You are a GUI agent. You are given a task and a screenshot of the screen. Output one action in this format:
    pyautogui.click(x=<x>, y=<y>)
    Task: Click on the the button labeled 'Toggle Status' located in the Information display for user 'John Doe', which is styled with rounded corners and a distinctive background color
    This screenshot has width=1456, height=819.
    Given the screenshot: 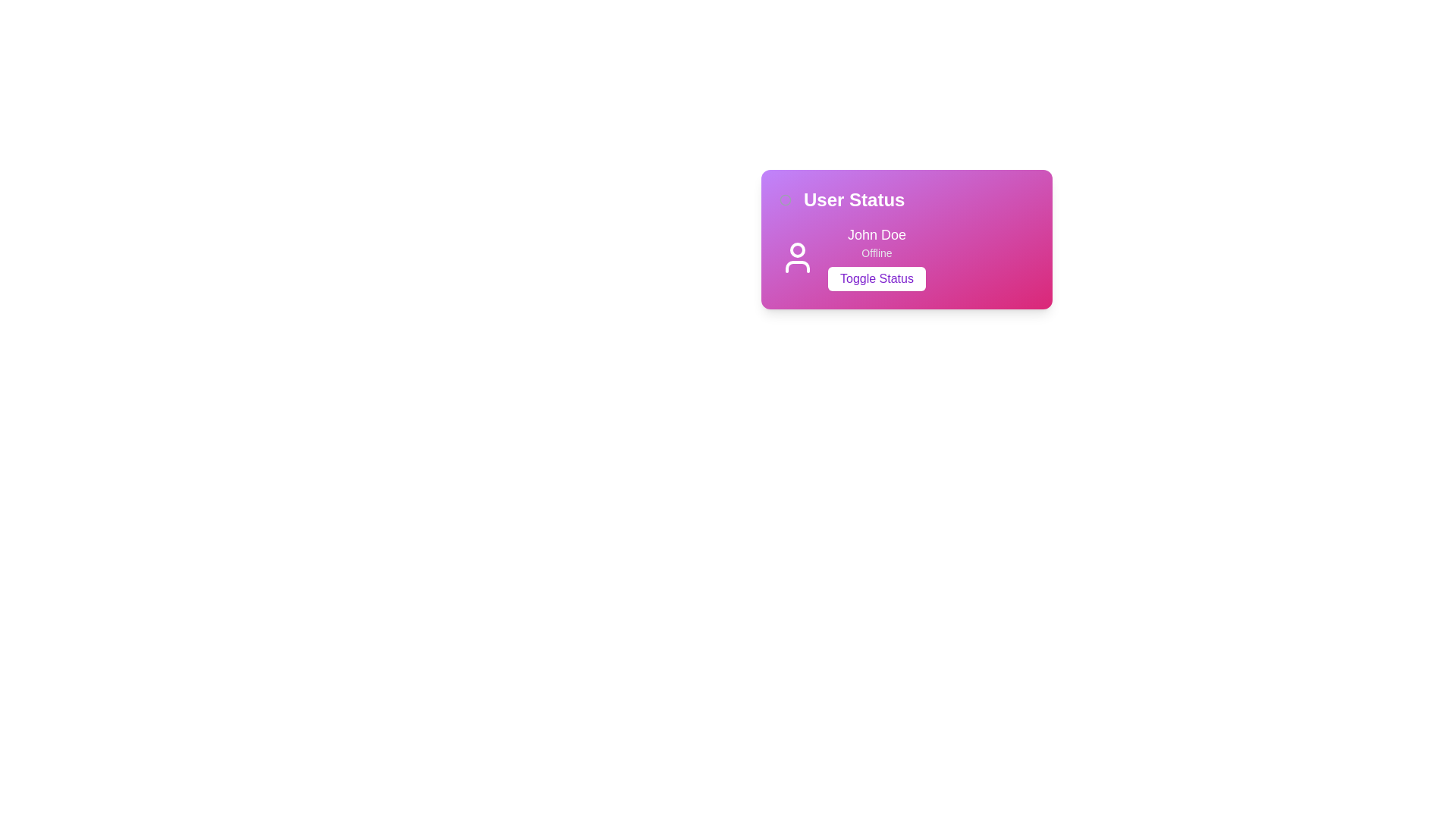 What is the action you would take?
    pyautogui.click(x=877, y=256)
    